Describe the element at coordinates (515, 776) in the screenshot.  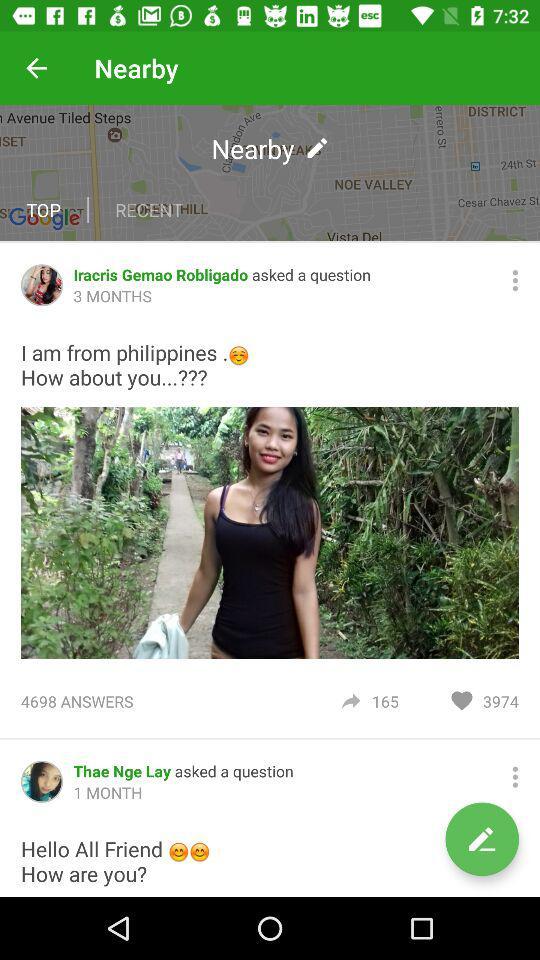
I see `more information` at that location.